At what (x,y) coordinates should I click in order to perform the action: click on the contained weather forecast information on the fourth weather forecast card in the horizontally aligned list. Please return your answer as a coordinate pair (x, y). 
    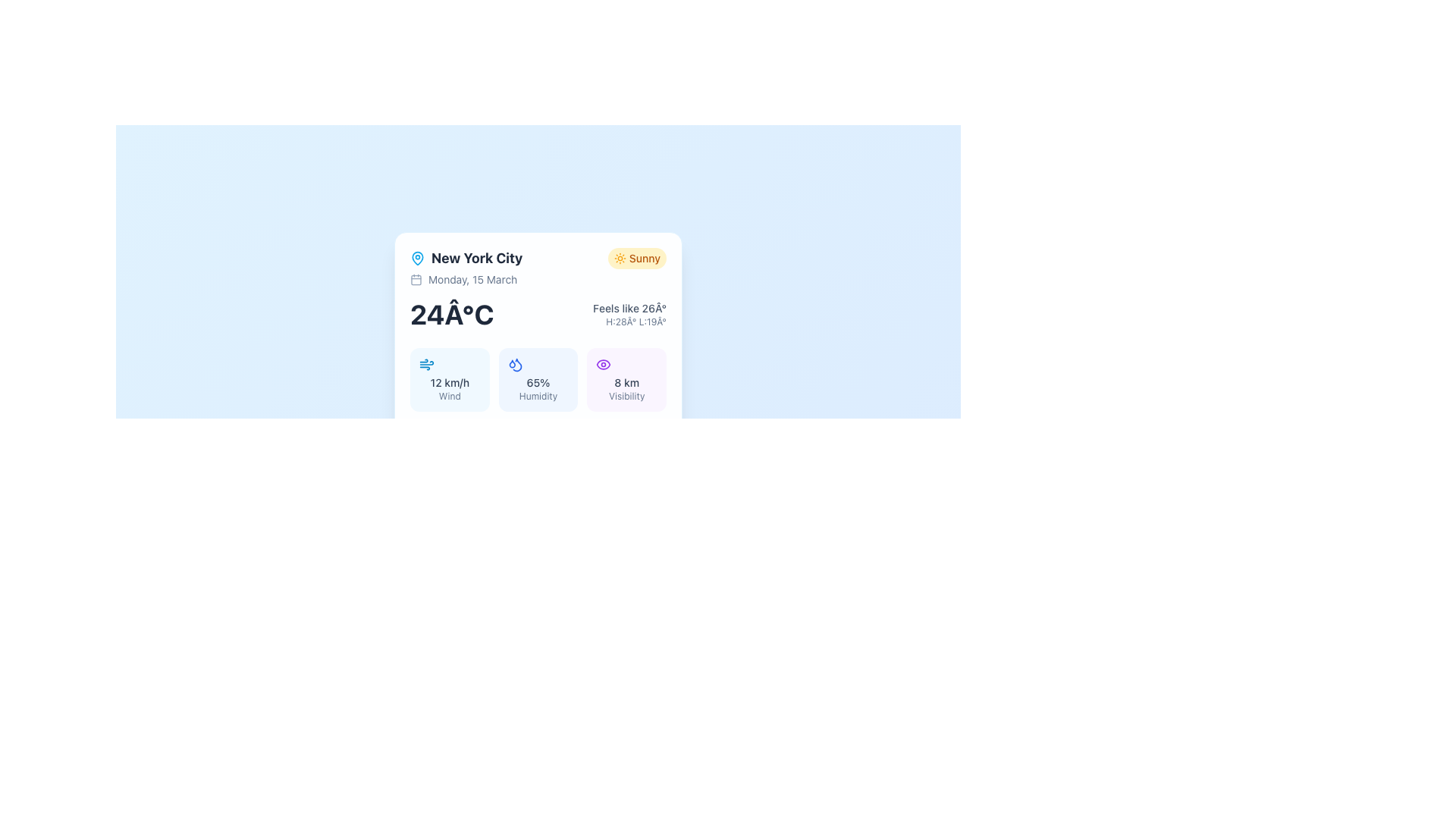
    Looking at the image, I should click on (596, 479).